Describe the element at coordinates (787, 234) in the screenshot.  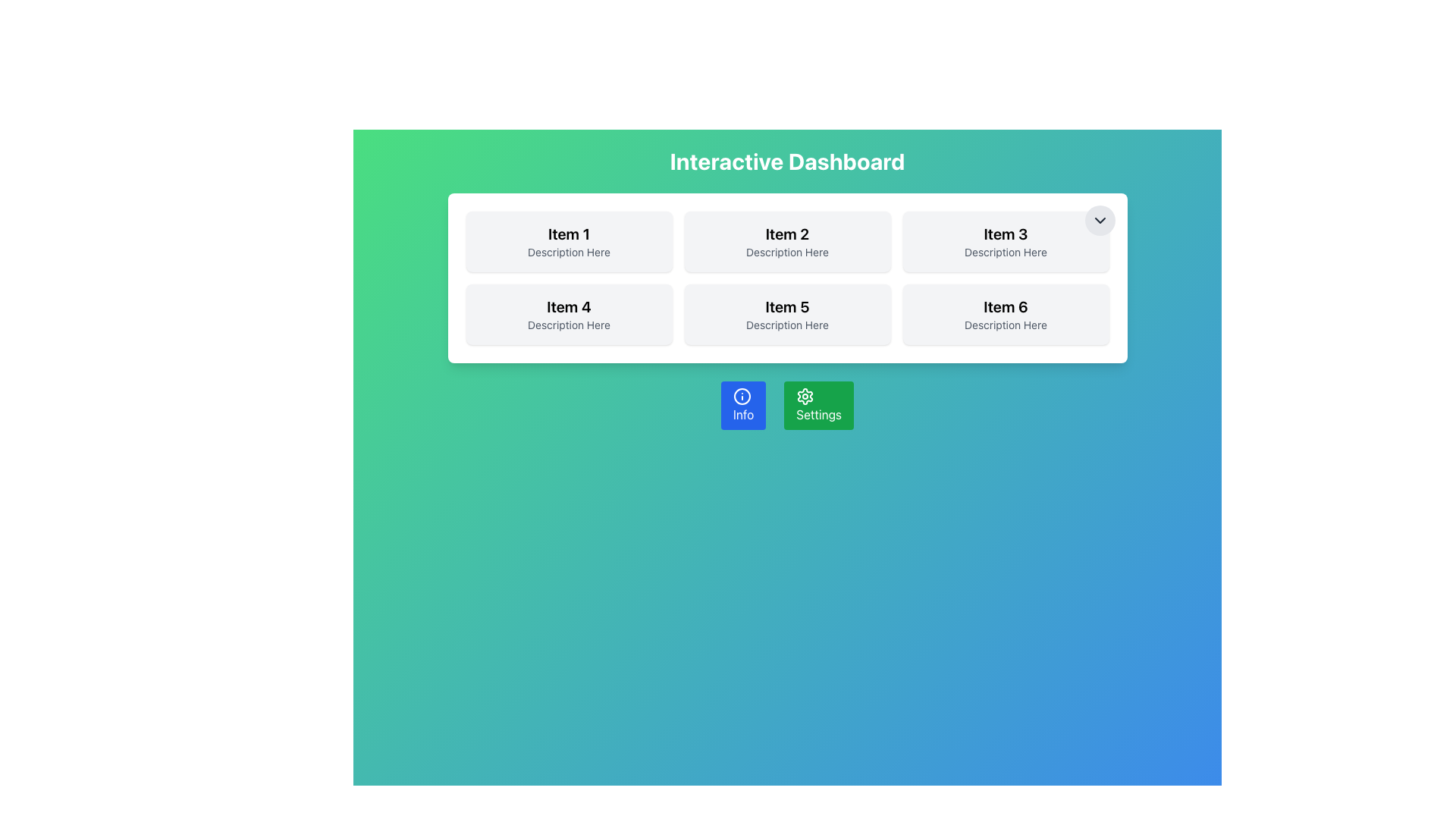
I see `the Static Text element displaying 'Item 2', which is formatted in bold and enlarged font, located in the top center of the section` at that location.